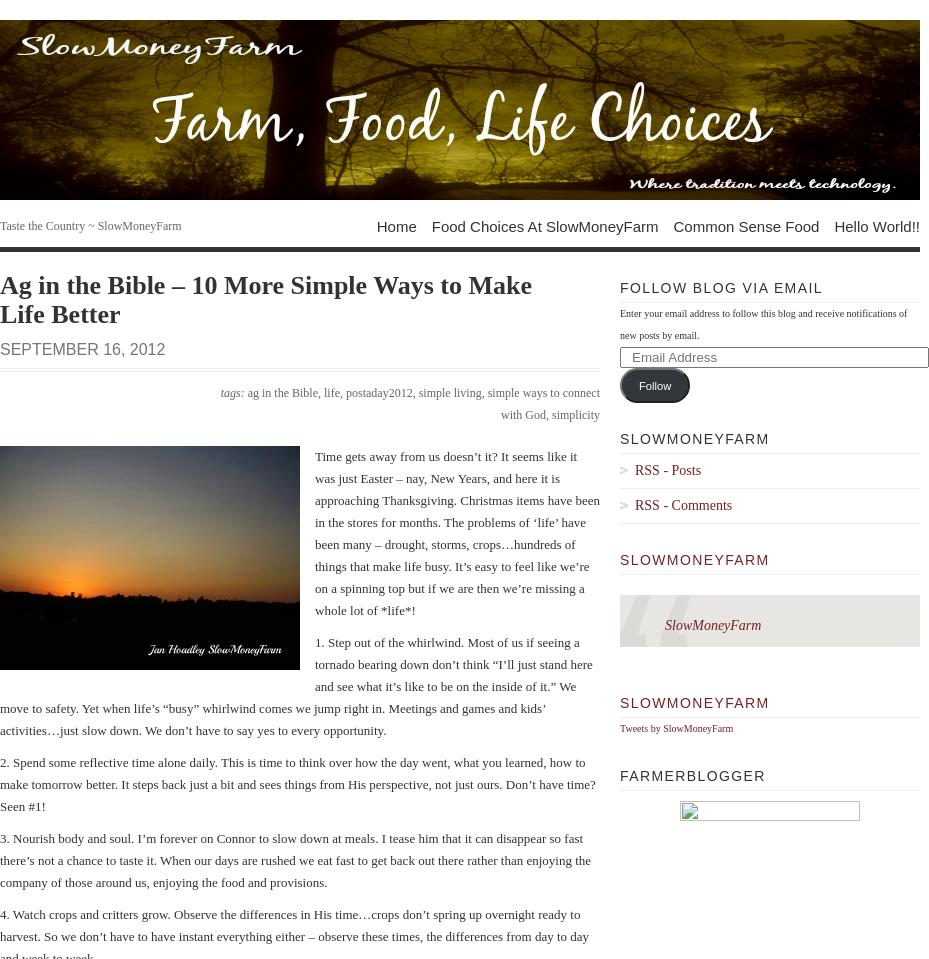 Image resolution: width=929 pixels, height=959 pixels. I want to click on 'simple ways to connect with God', so click(543, 404).